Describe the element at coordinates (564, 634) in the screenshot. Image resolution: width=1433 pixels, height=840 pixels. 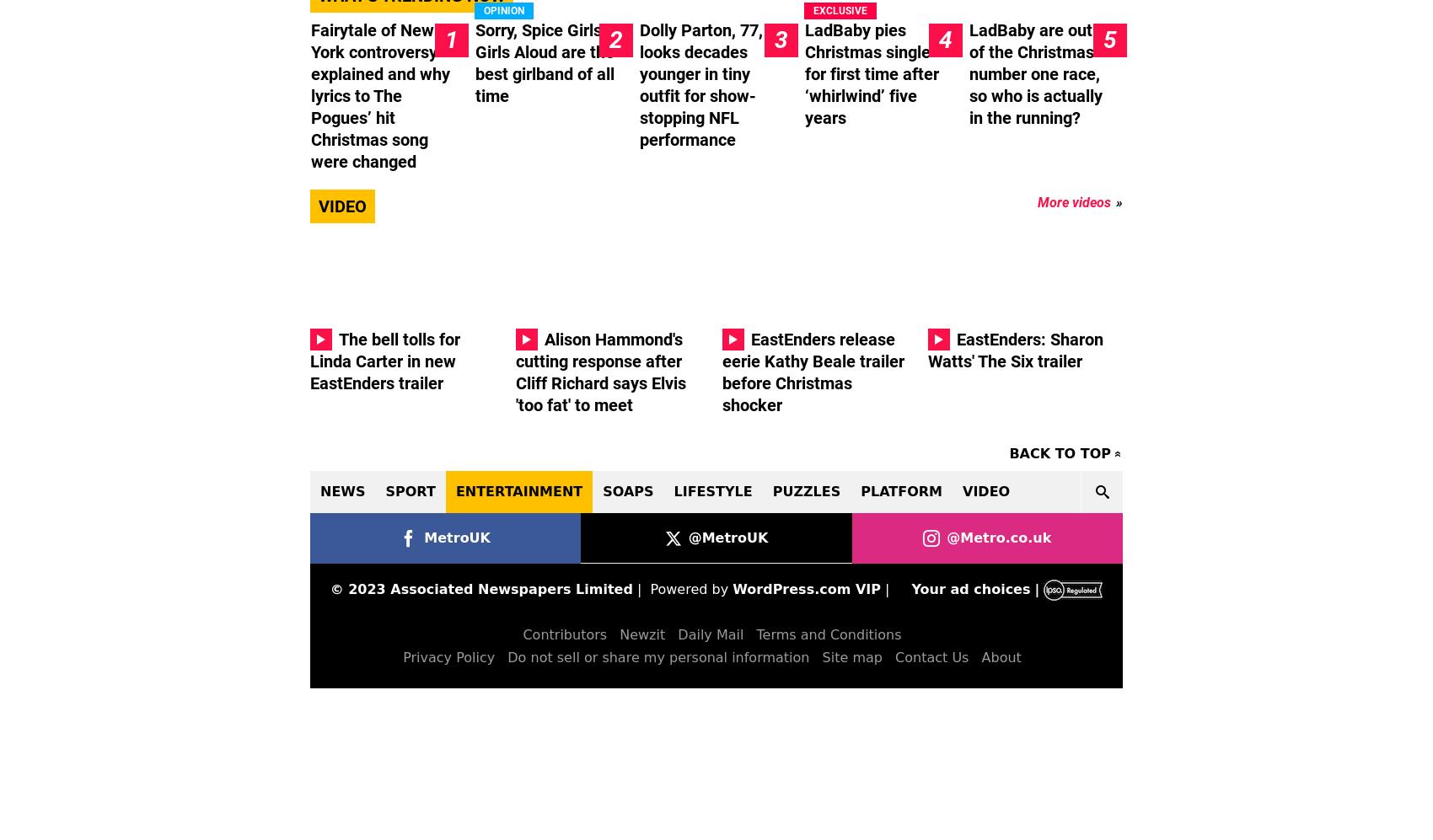
I see `'Contributors'` at that location.